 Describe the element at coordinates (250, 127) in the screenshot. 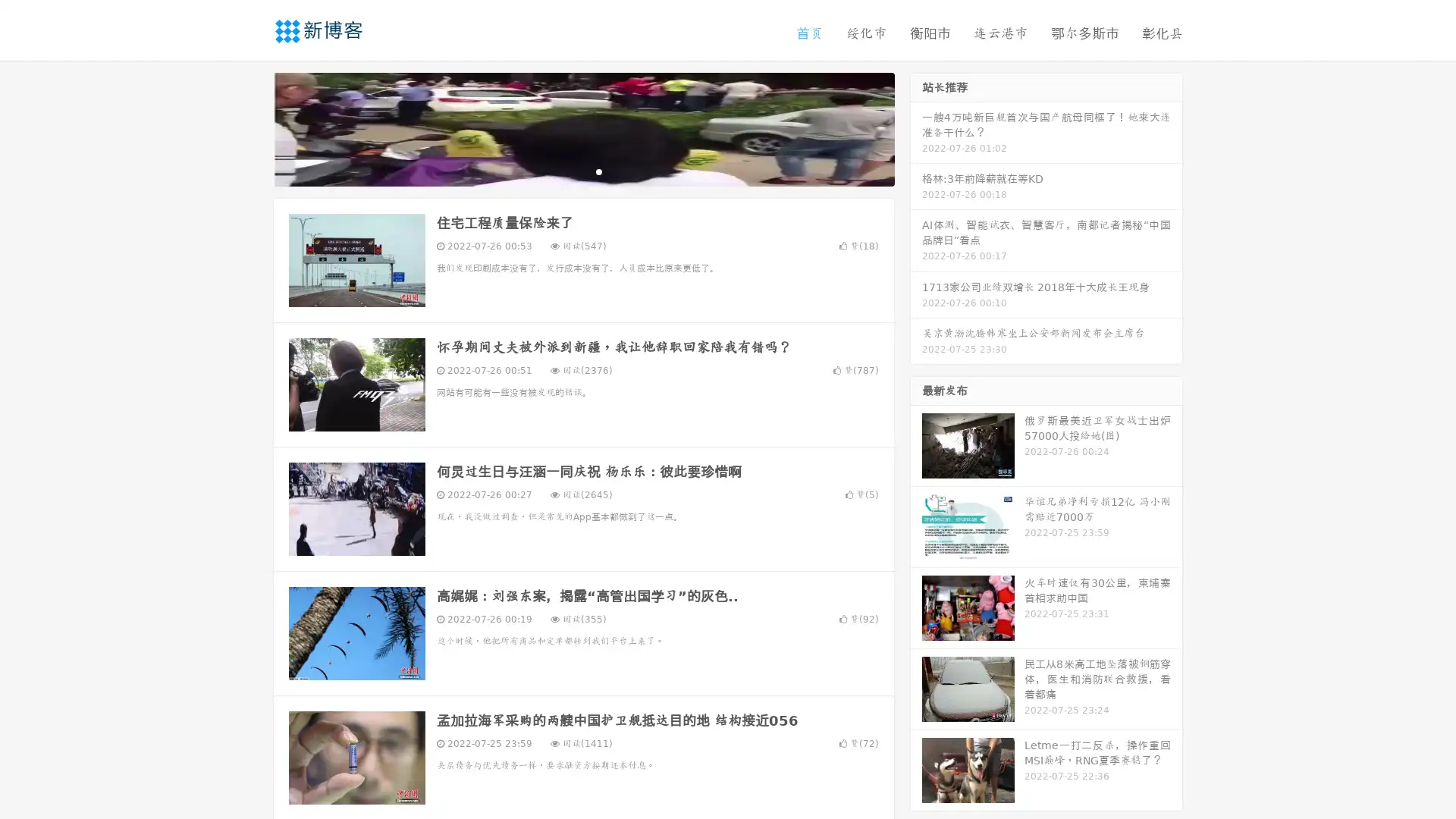

I see `Previous slide` at that location.